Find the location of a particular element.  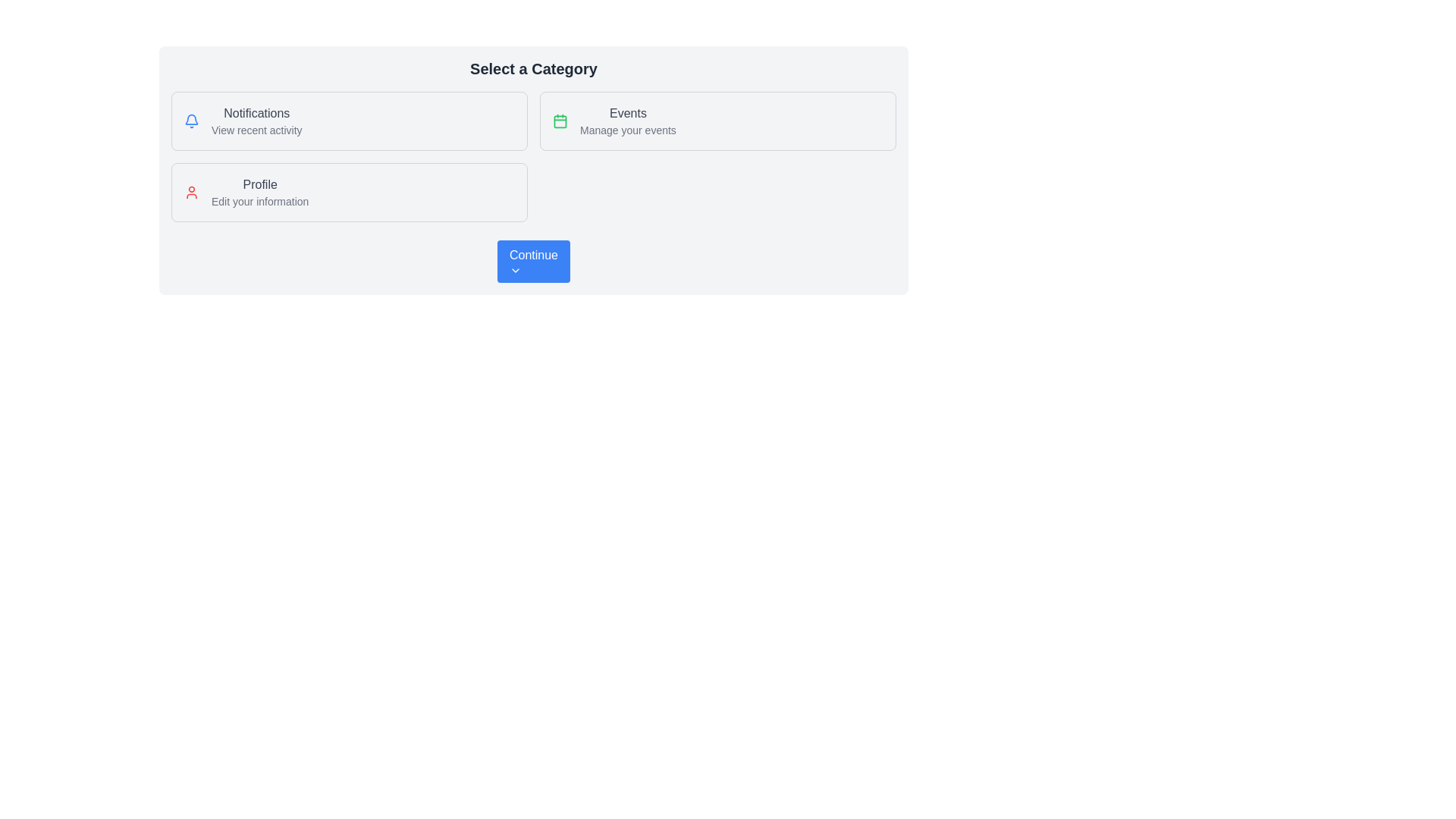

the notifications button located in the top-left corner of the grid layout is located at coordinates (348, 120).